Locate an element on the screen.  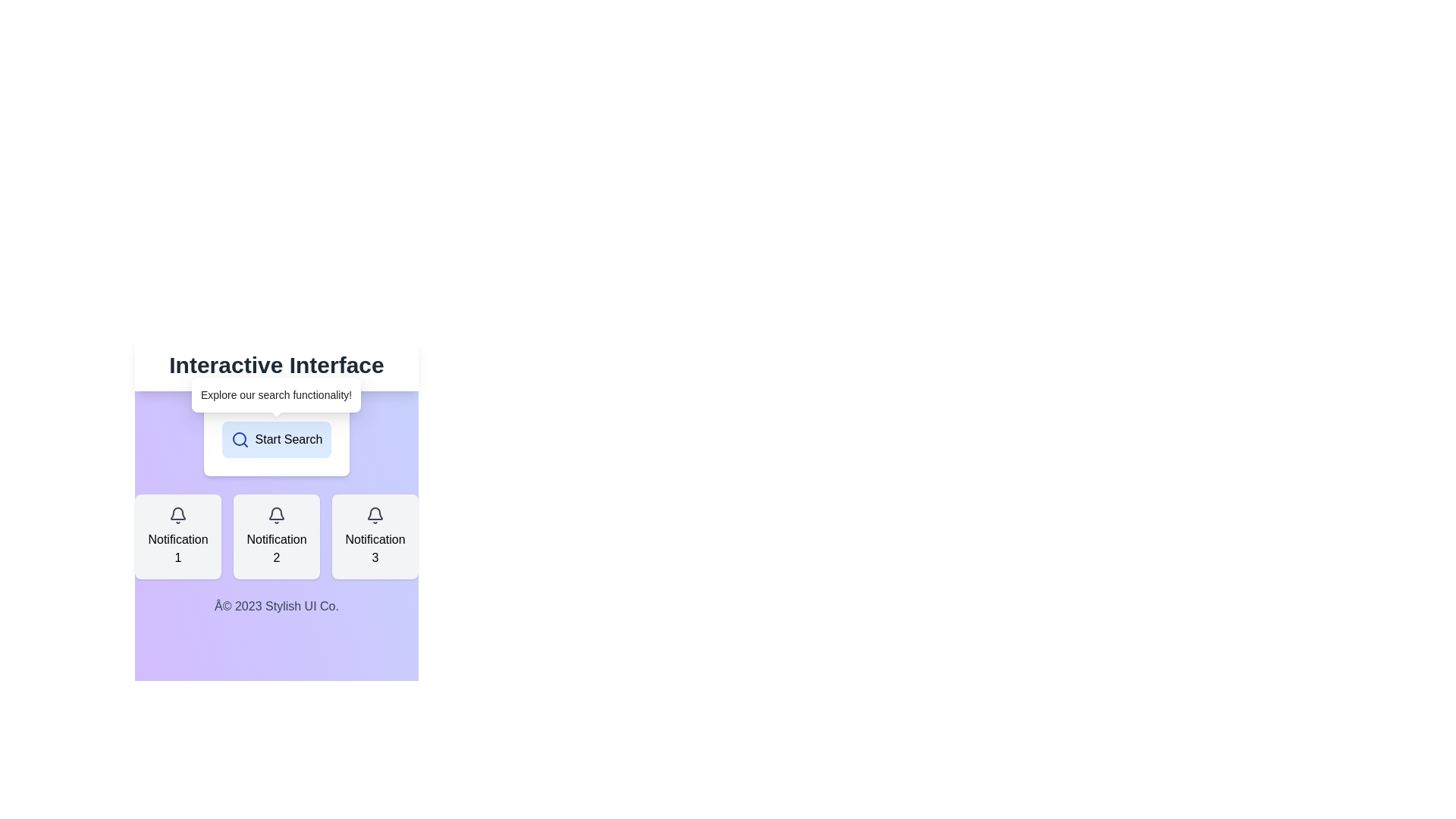
the third notification card located to the far right in the group of notification cards below the 'Start Search' button is located at coordinates (375, 536).